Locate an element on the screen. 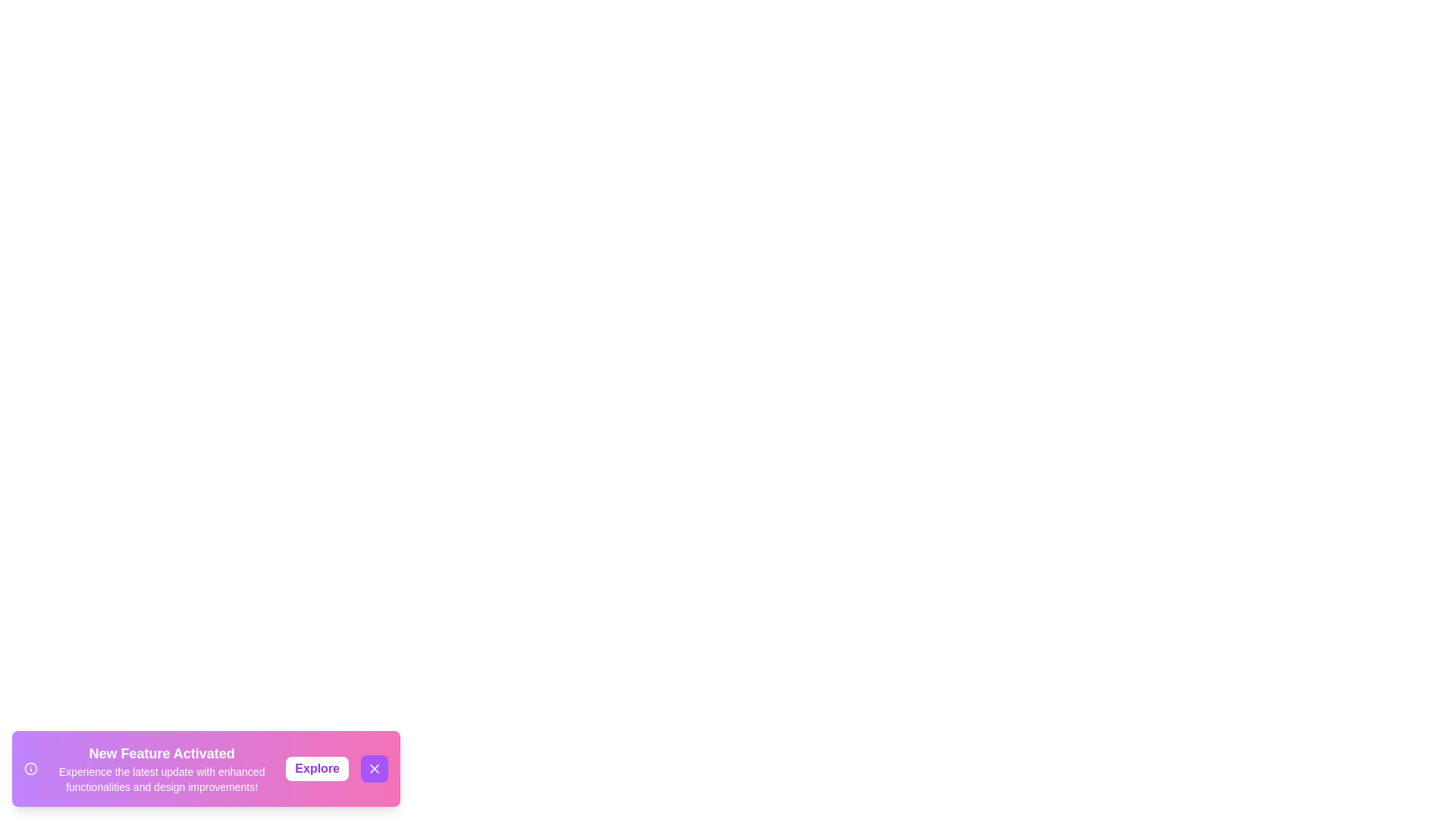 The image size is (1456, 819). the close button (X icon) to dismiss the snackbar is located at coordinates (375, 769).